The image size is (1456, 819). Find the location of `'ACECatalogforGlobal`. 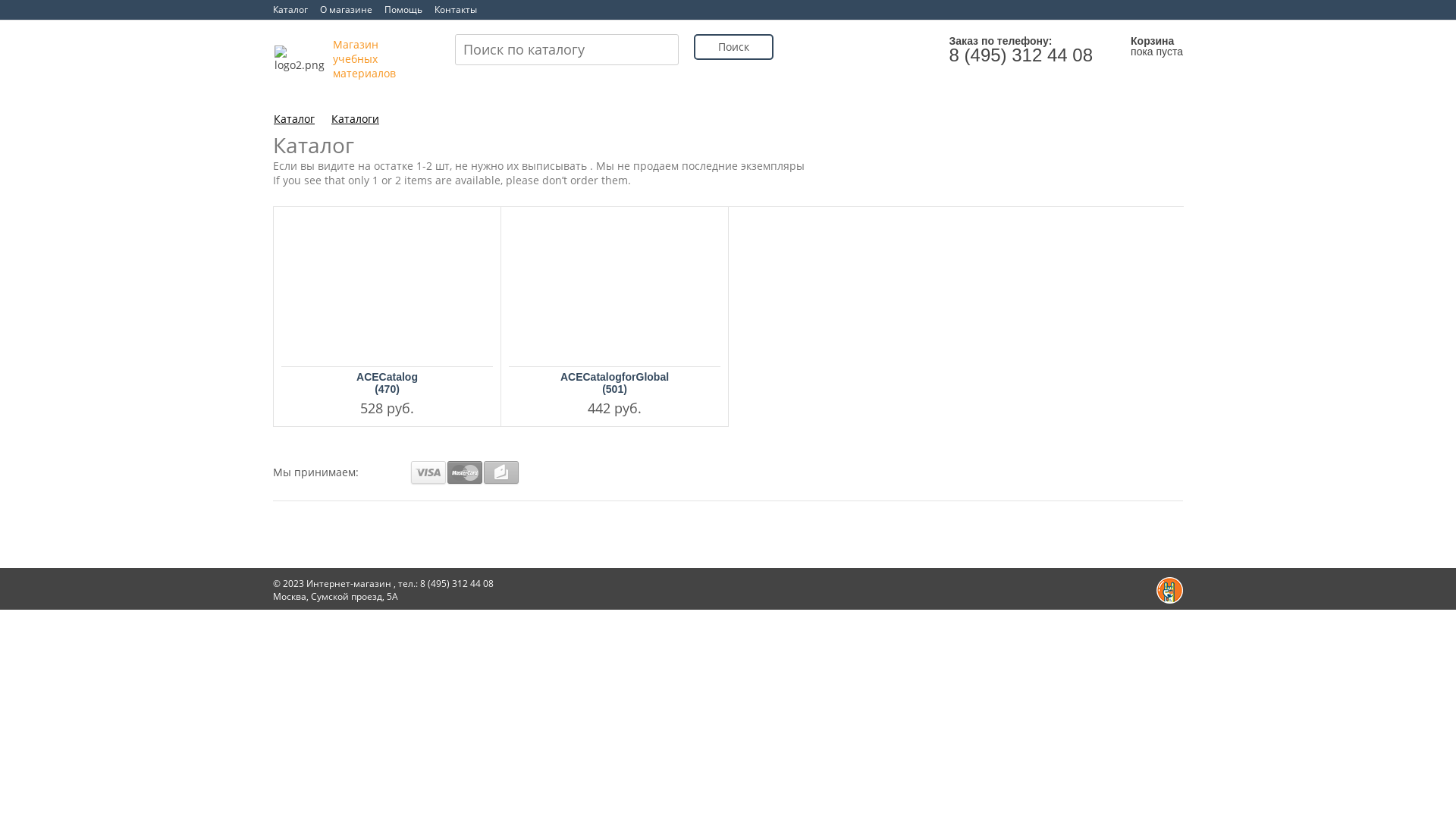

'ACECatalogforGlobal is located at coordinates (560, 382).